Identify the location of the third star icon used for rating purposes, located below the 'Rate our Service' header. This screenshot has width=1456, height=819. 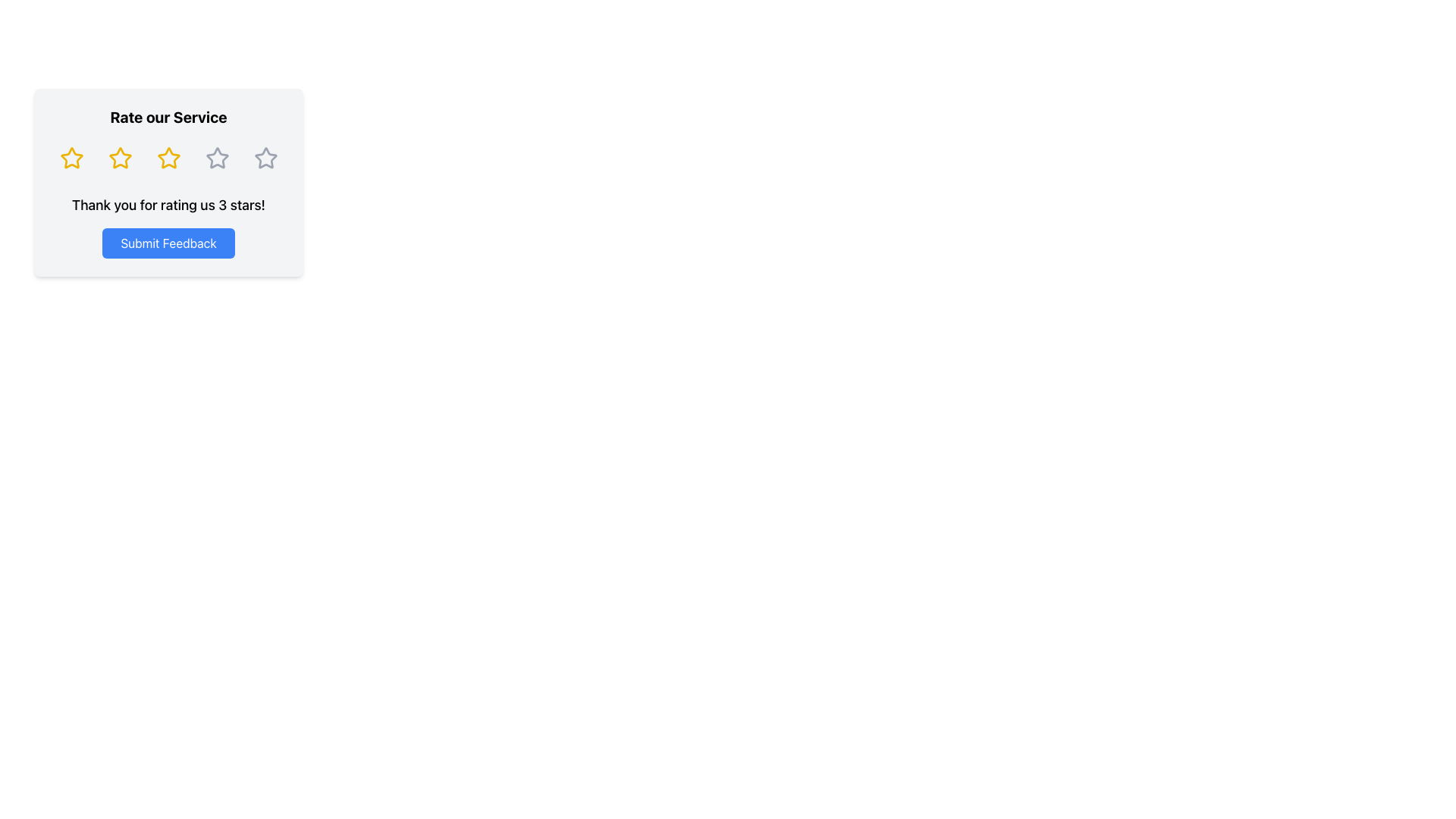
(168, 158).